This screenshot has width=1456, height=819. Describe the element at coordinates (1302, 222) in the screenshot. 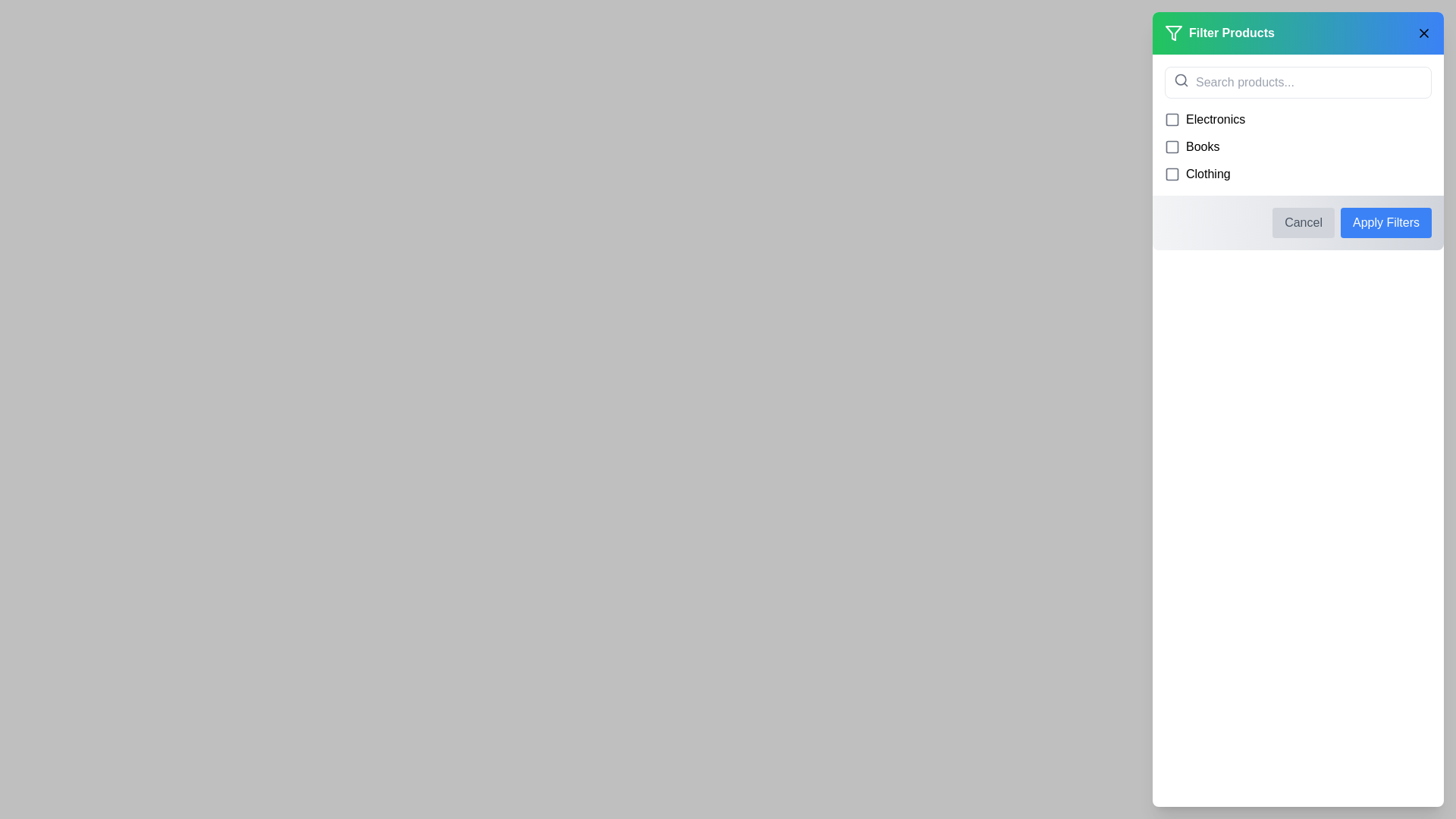

I see `the 'Cancel' button` at that location.